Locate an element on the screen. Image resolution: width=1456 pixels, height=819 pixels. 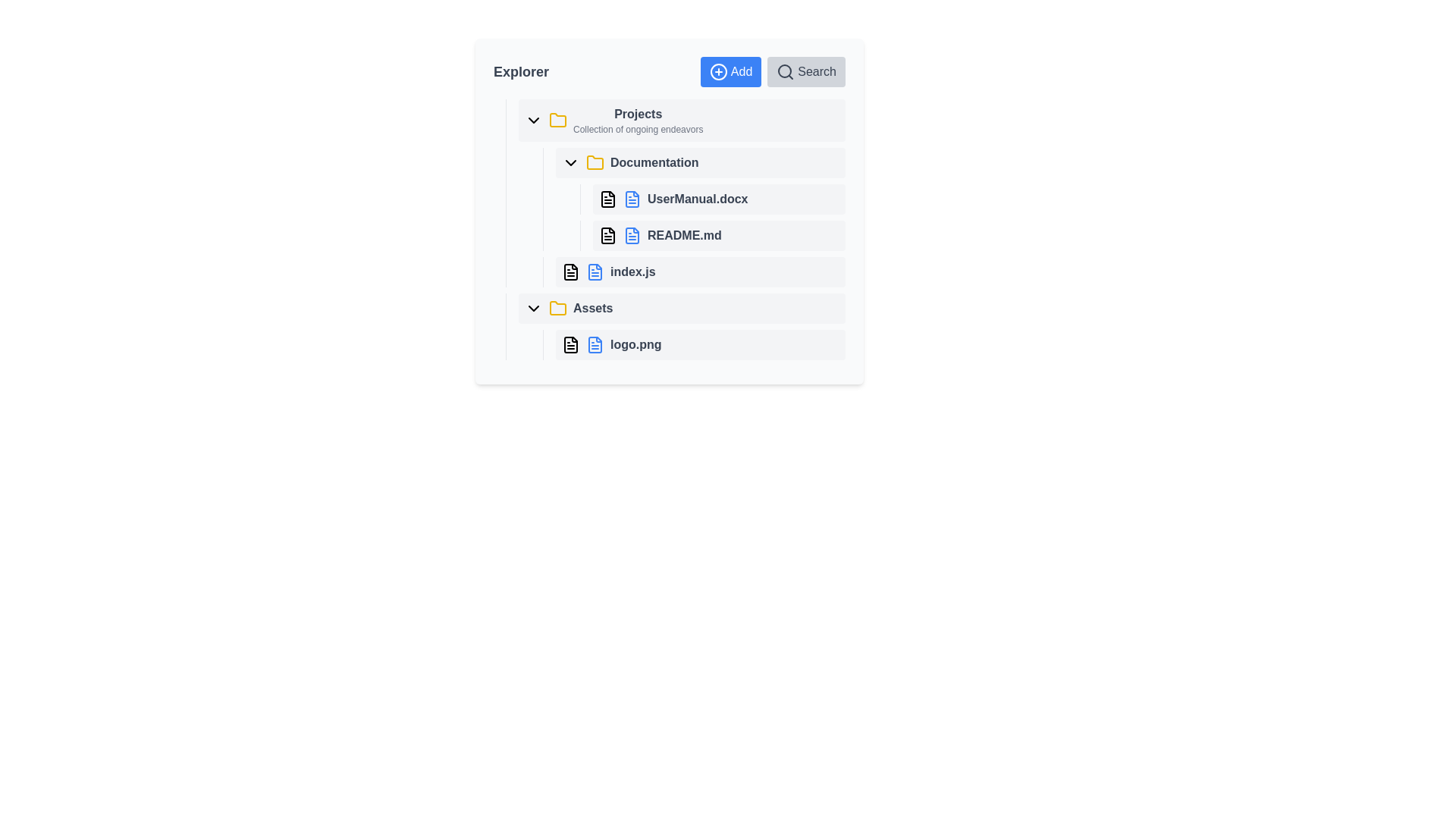
the search button located in the top-right corner of the toolbar to initiate the search function is located at coordinates (805, 72).